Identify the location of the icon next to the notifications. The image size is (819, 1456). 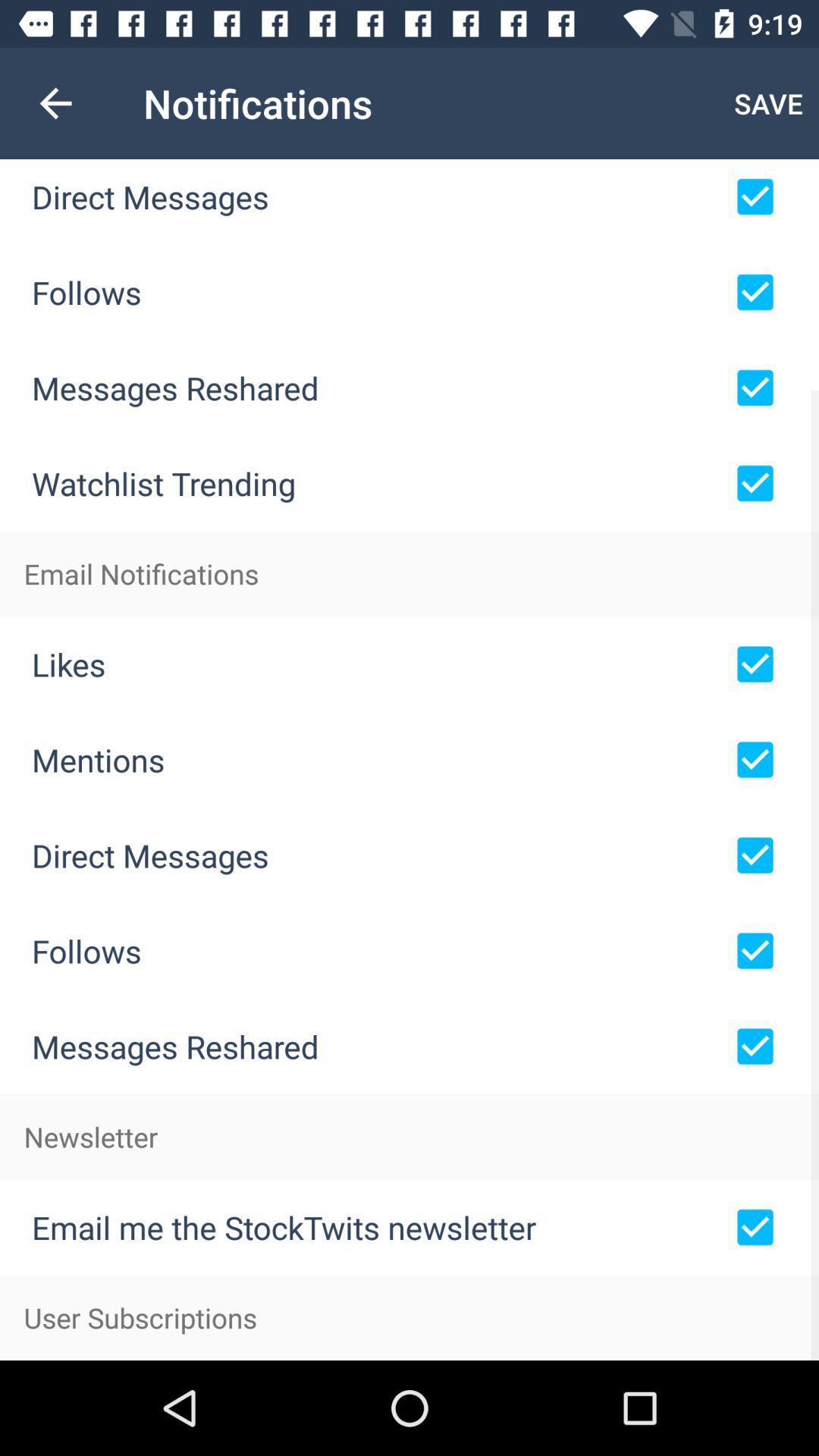
(768, 102).